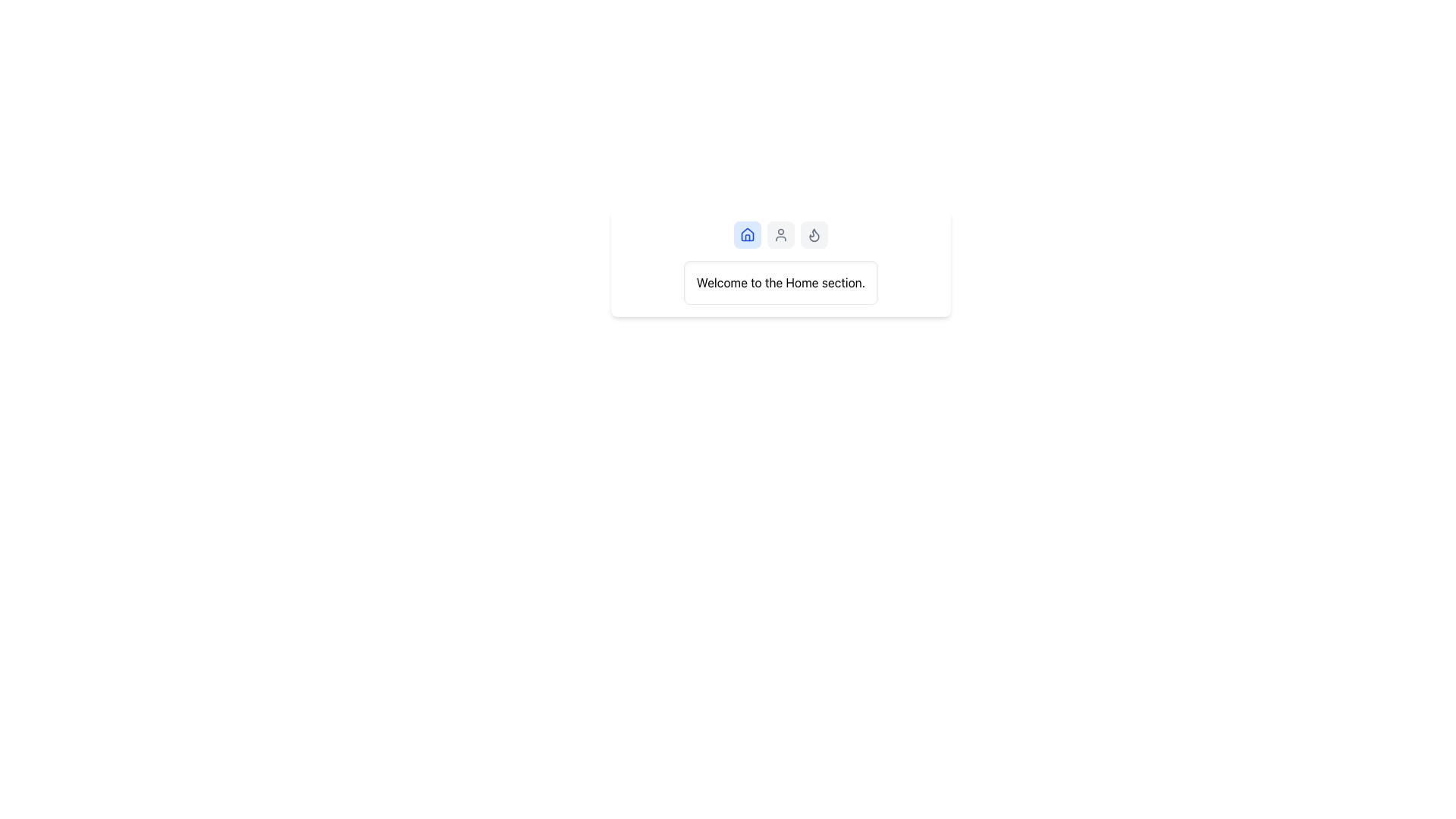 This screenshot has width=1456, height=819. What do you see at coordinates (781, 283) in the screenshot?
I see `the informational Text Display that provides a welcome message in the Home section of the application, located below the row of icons` at bounding box center [781, 283].